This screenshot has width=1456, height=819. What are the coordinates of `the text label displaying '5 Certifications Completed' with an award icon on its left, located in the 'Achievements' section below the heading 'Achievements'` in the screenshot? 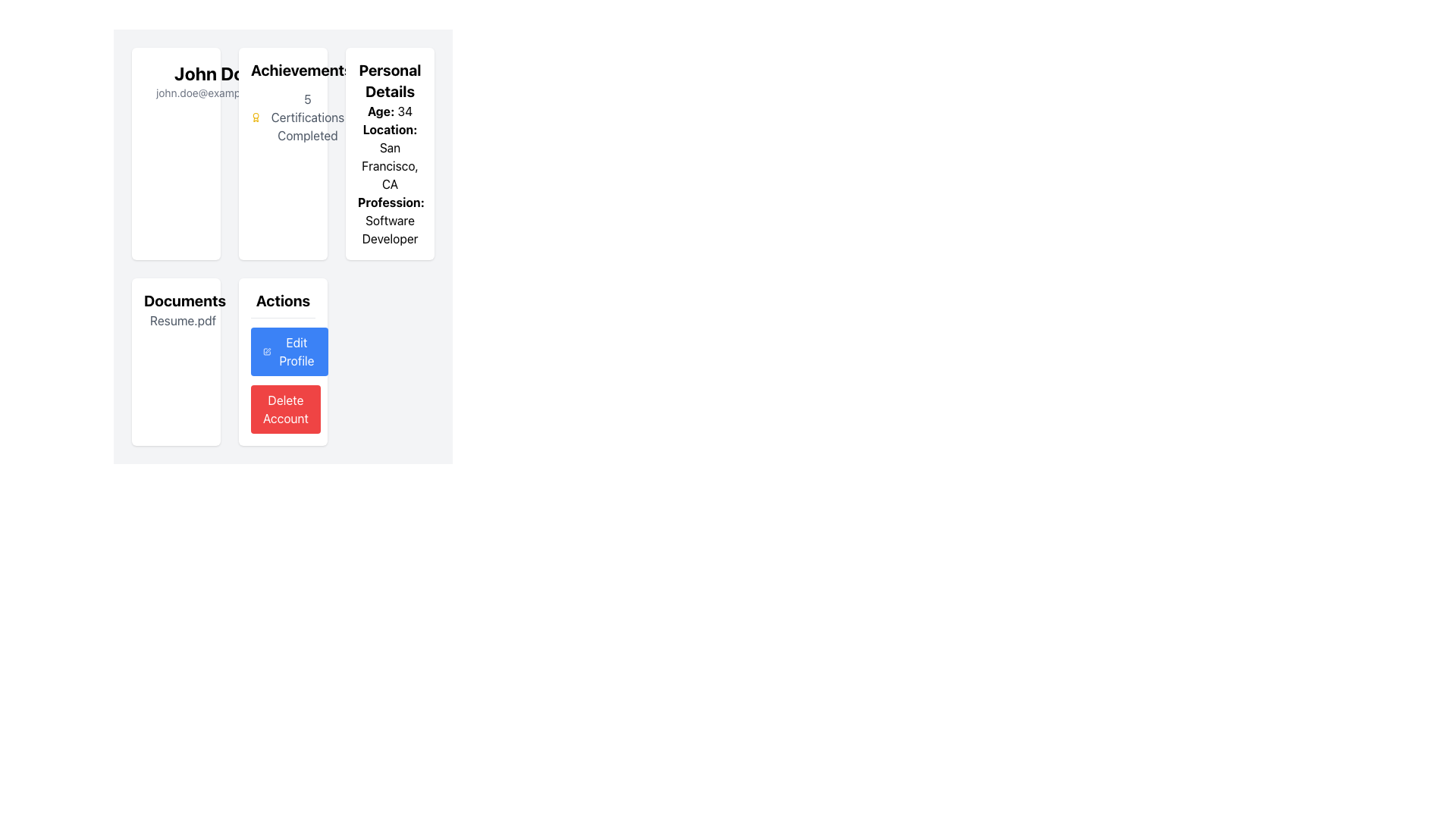 It's located at (300, 116).